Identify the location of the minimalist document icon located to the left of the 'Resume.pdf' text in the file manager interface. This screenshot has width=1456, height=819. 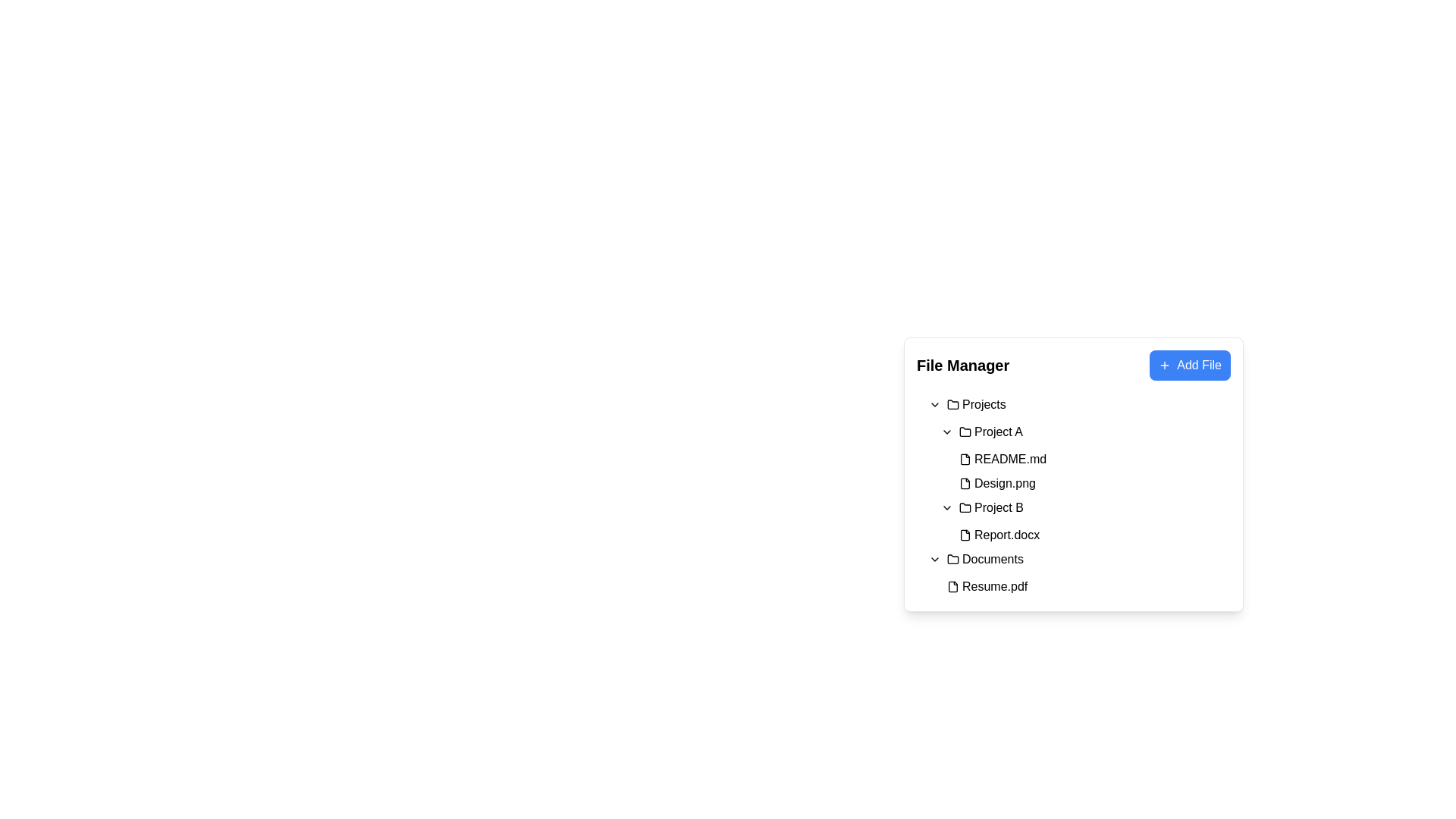
(952, 586).